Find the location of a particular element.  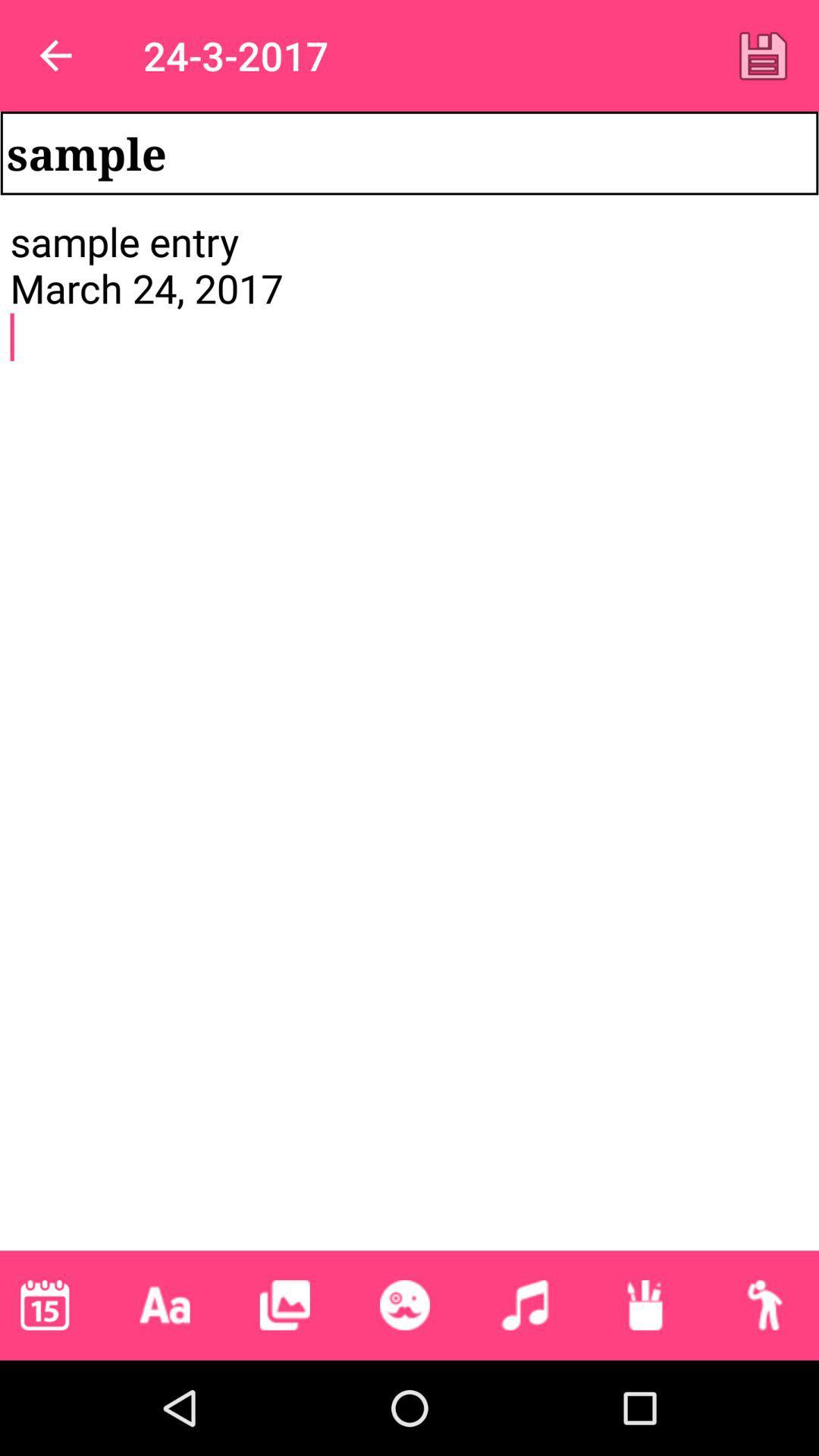

change date is located at coordinates (44, 1304).